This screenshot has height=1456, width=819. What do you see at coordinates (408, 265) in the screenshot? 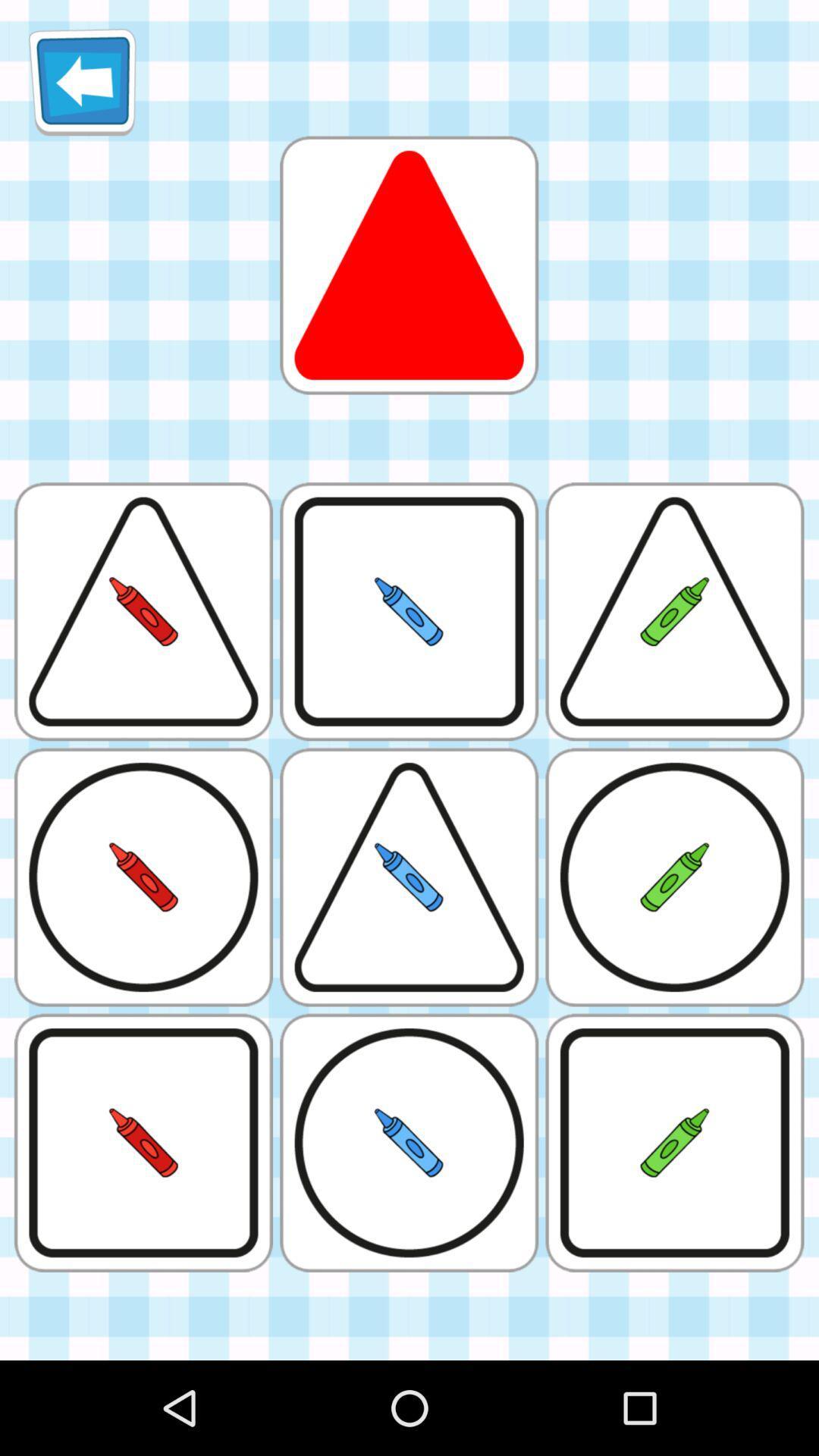
I see `choose the red triangle` at bounding box center [408, 265].